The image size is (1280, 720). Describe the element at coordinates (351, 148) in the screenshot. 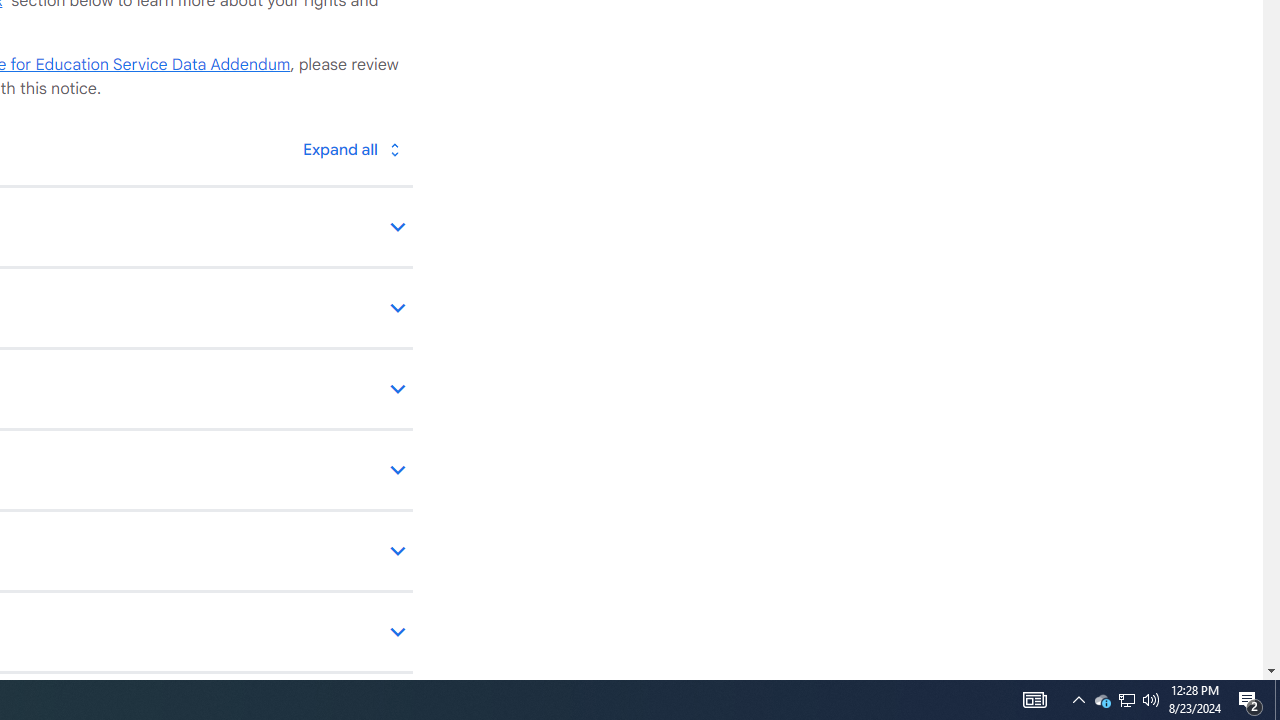

I see `'Toggle all'` at that location.